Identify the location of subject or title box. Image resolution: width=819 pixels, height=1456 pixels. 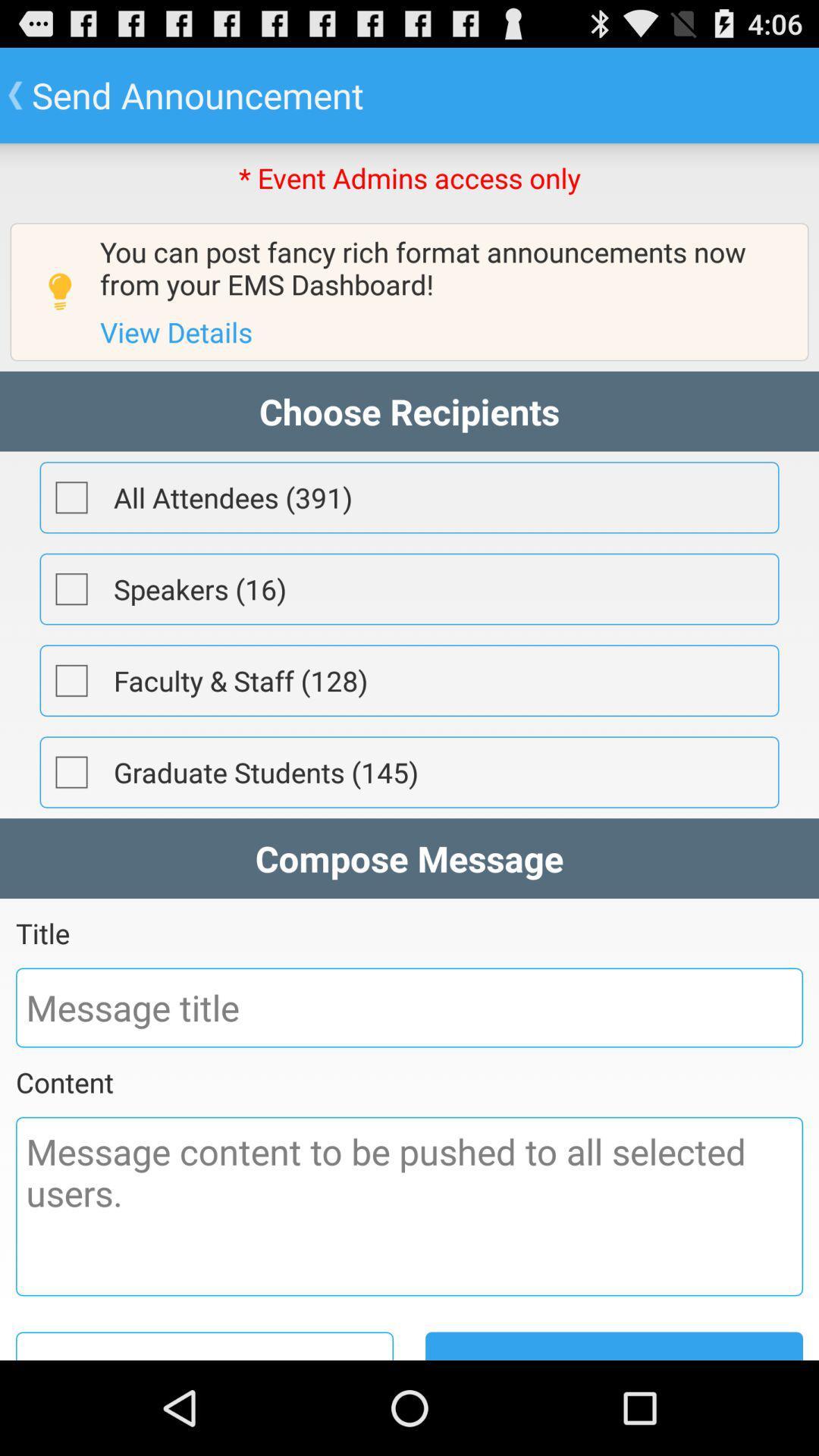
(409, 1008).